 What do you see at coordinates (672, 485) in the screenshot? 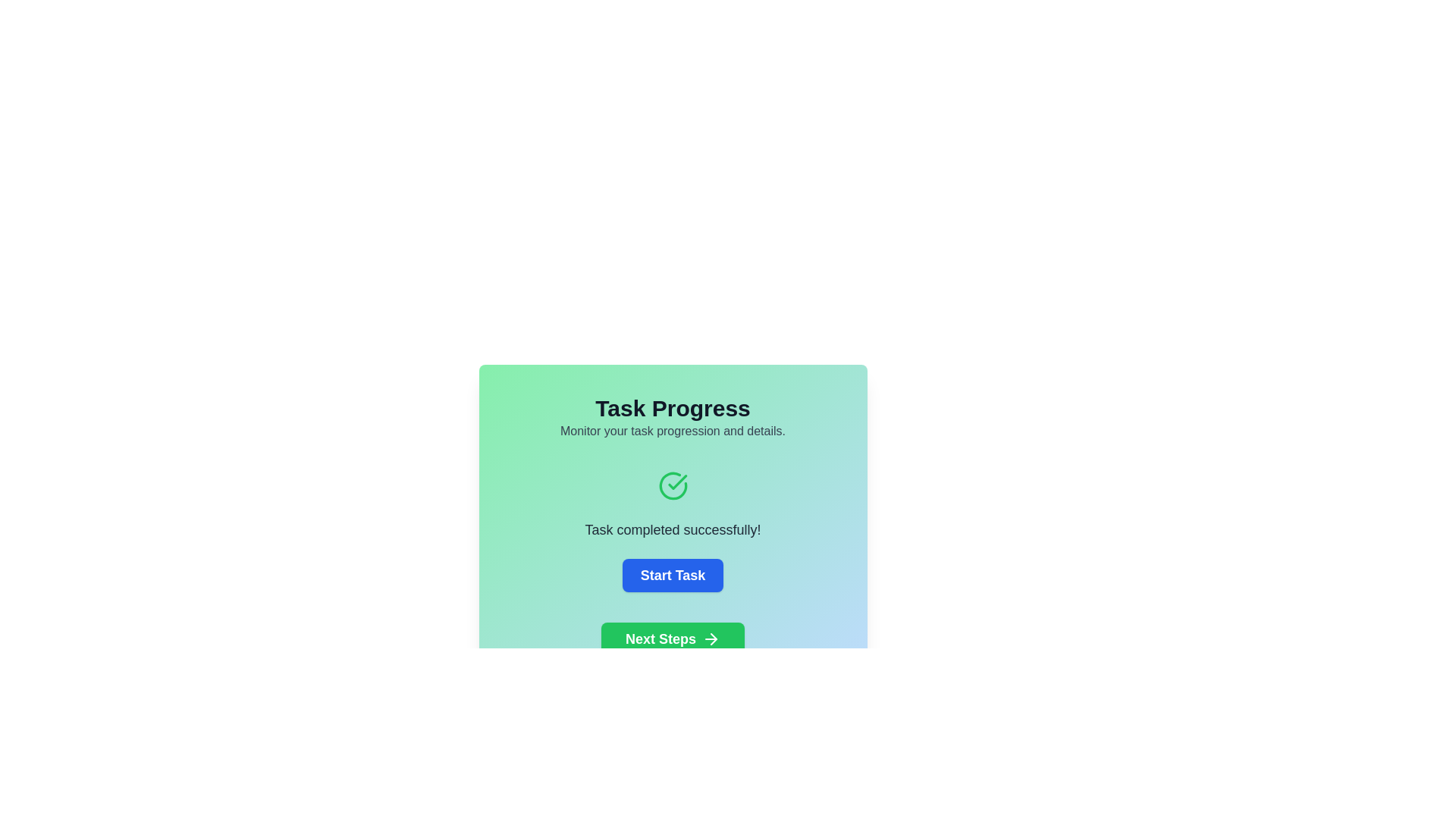
I see `the confirmation icon indicating task completion located under the 'Task Progress' header in the card layout` at bounding box center [672, 485].